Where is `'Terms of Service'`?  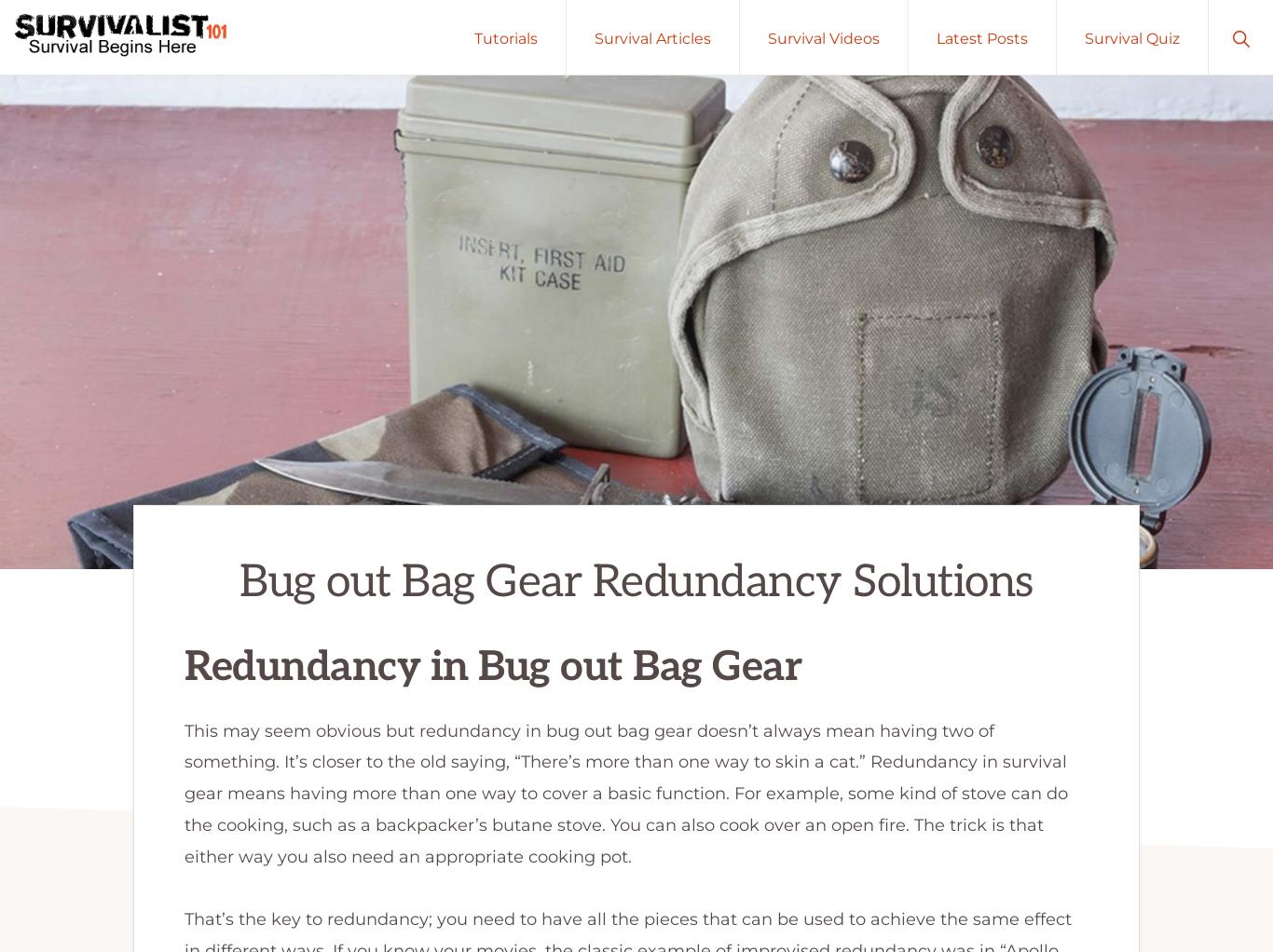 'Terms of Service' is located at coordinates (1147, 780).